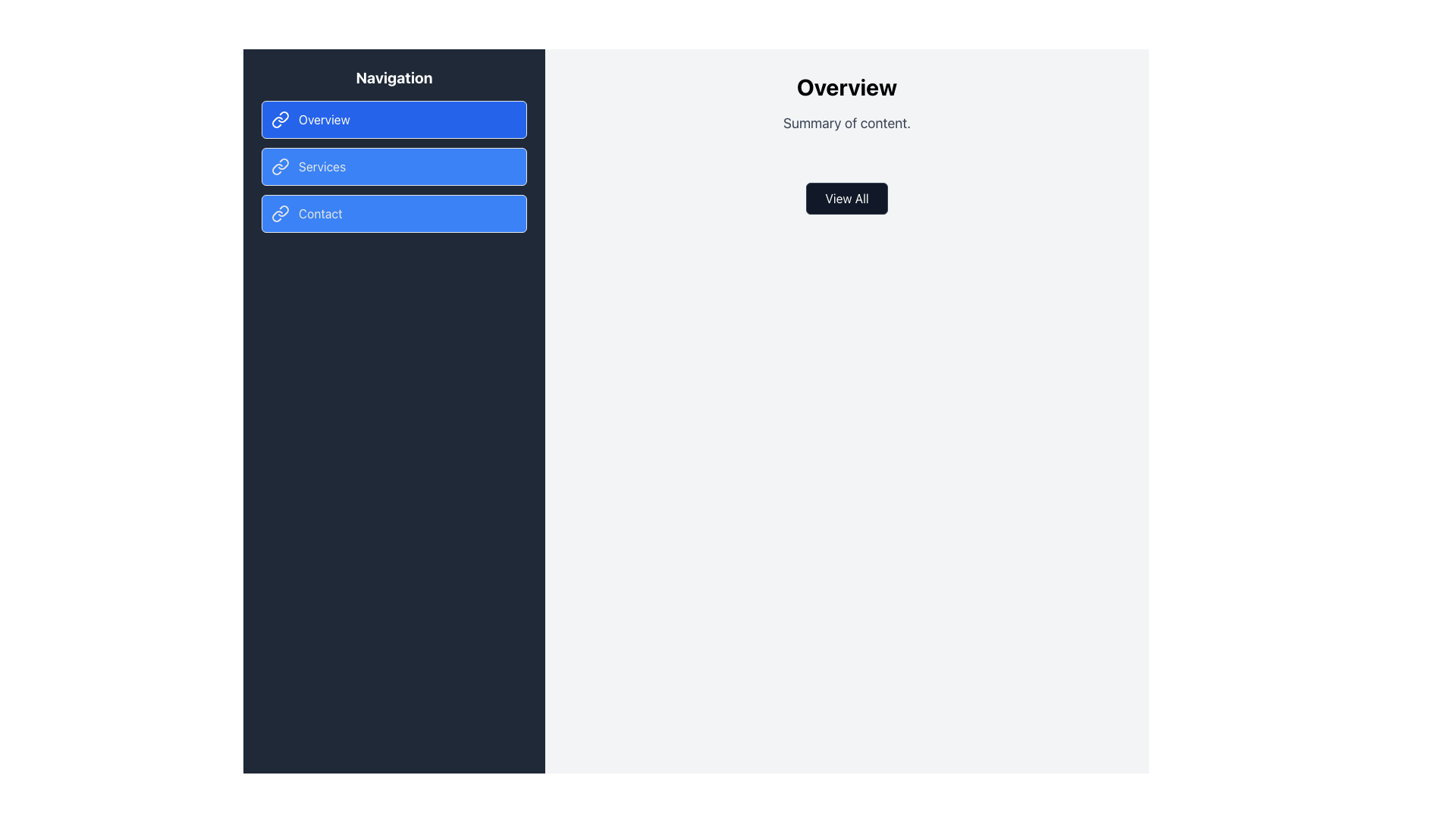  What do you see at coordinates (846, 198) in the screenshot?
I see `the 'View All' button, which is a rectangular button with white text on a dark background, located below the 'Summary of content.' text` at bounding box center [846, 198].